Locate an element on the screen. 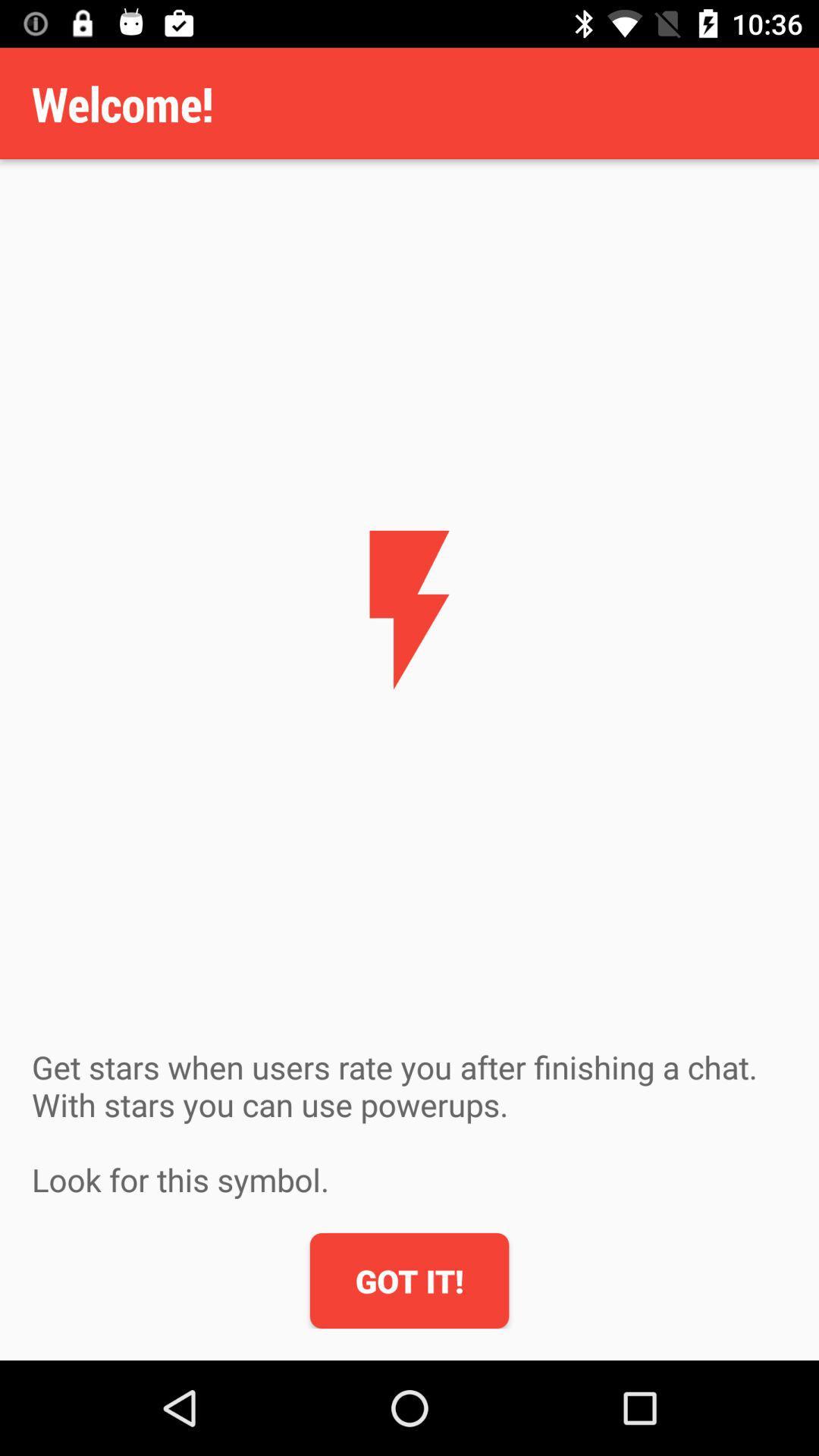  icon below the get stars when item is located at coordinates (409, 1280).